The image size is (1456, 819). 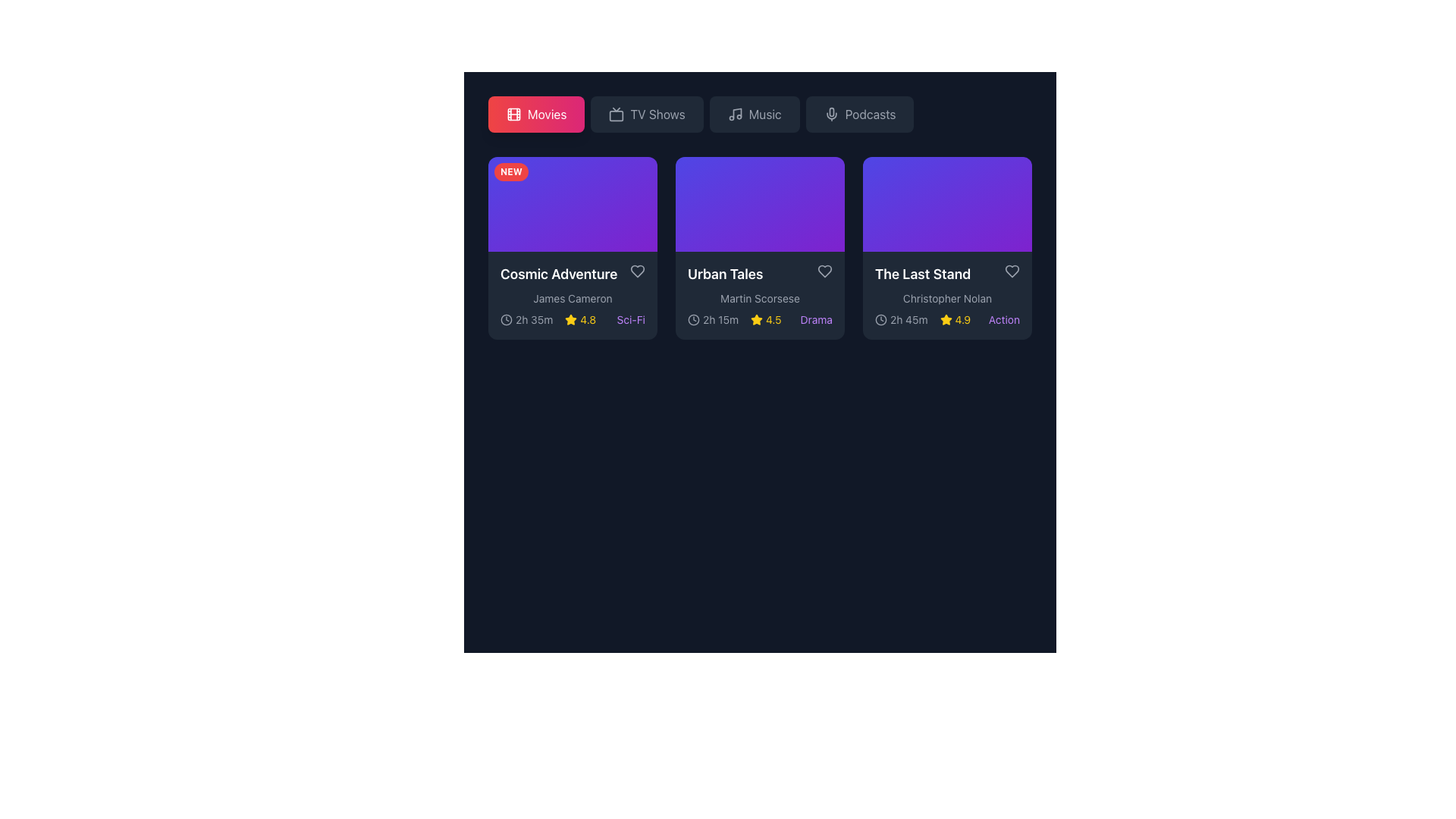 I want to click on the decorative circular graphical component representing a clock icon within the 'Urban Tales' card, located near the bottom section next to the card details, so click(x=693, y=318).